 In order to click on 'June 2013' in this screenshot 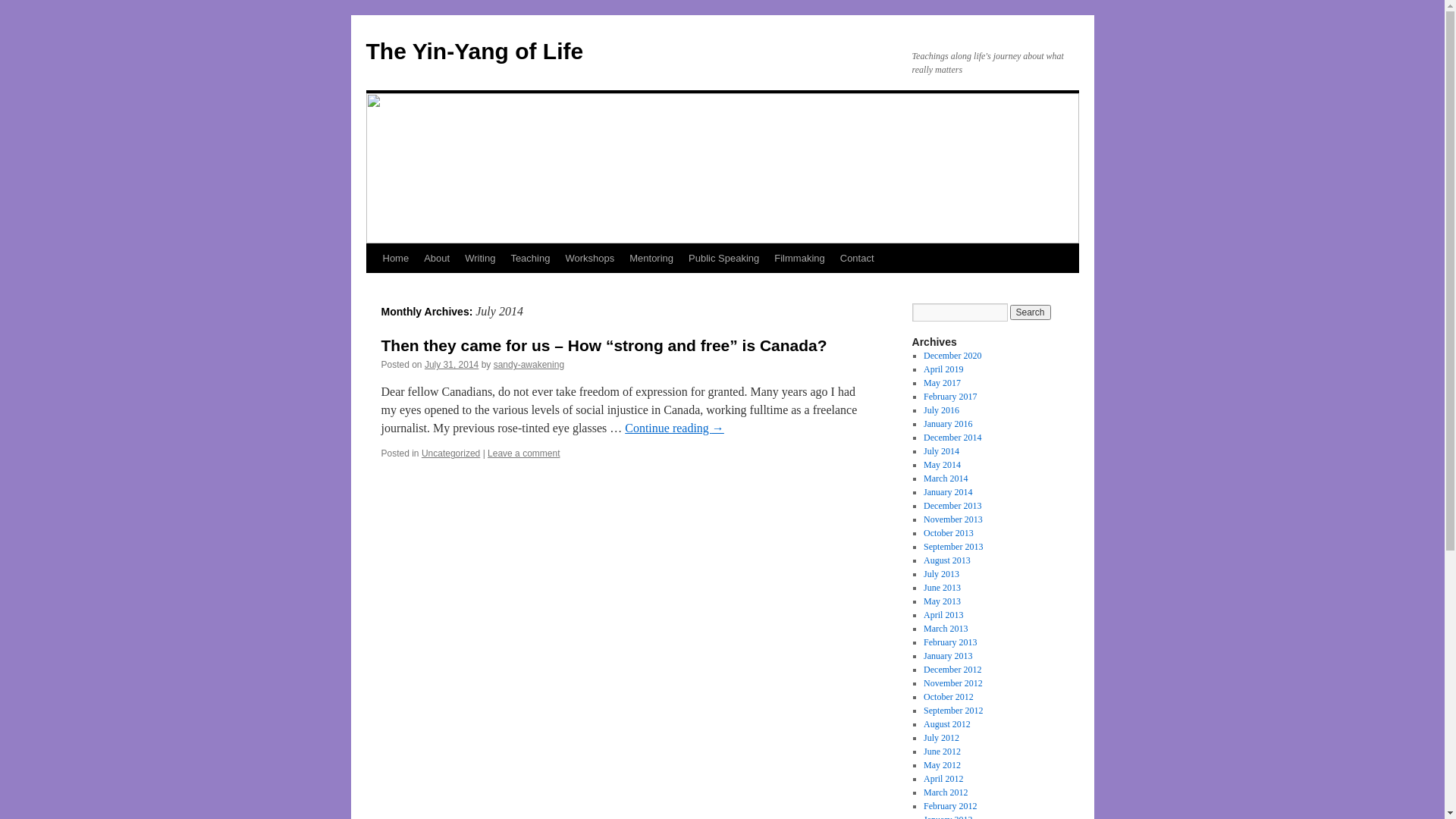, I will do `click(941, 587)`.